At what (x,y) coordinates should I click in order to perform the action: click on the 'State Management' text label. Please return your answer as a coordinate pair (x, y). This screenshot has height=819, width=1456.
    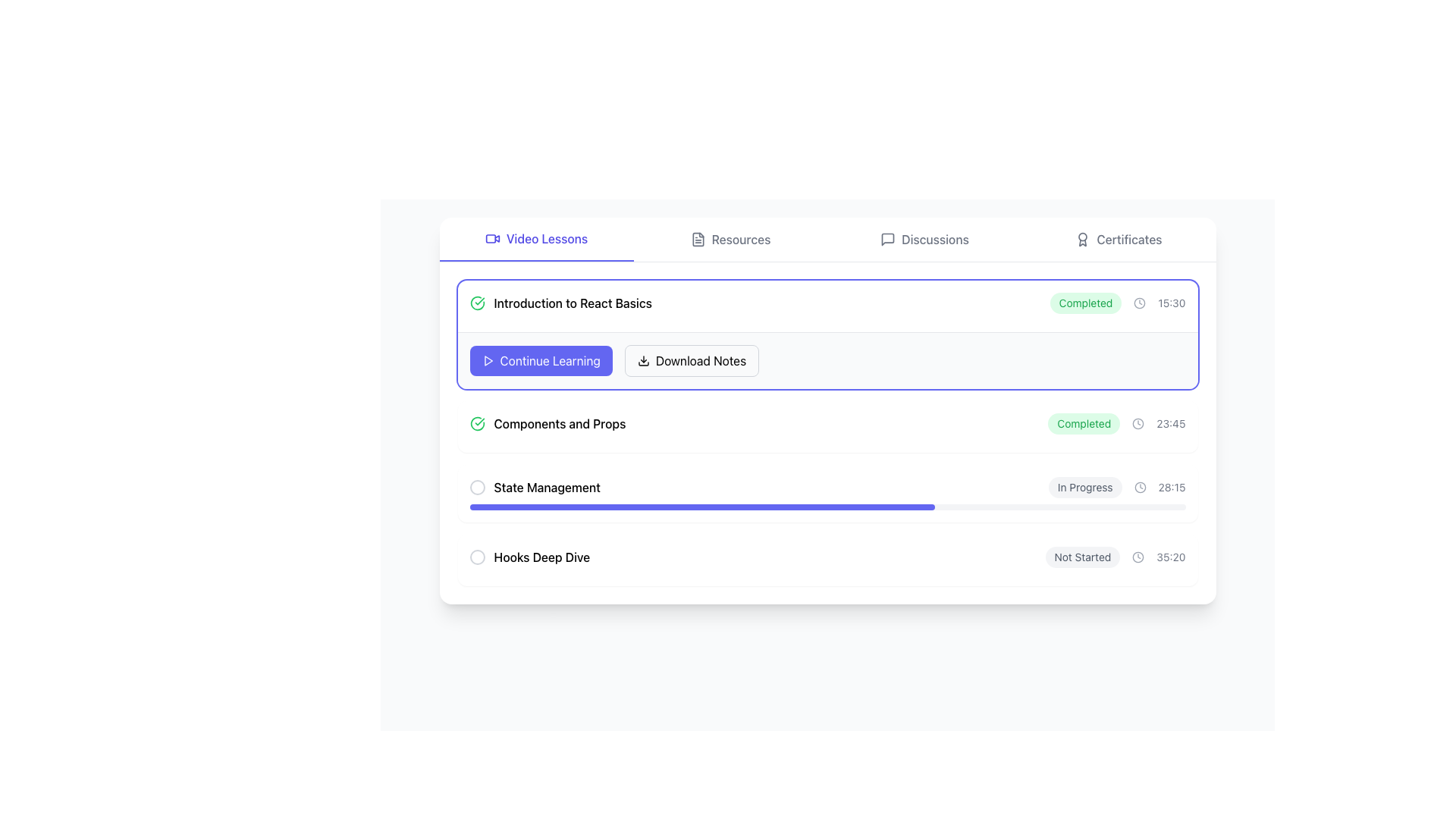
    Looking at the image, I should click on (535, 488).